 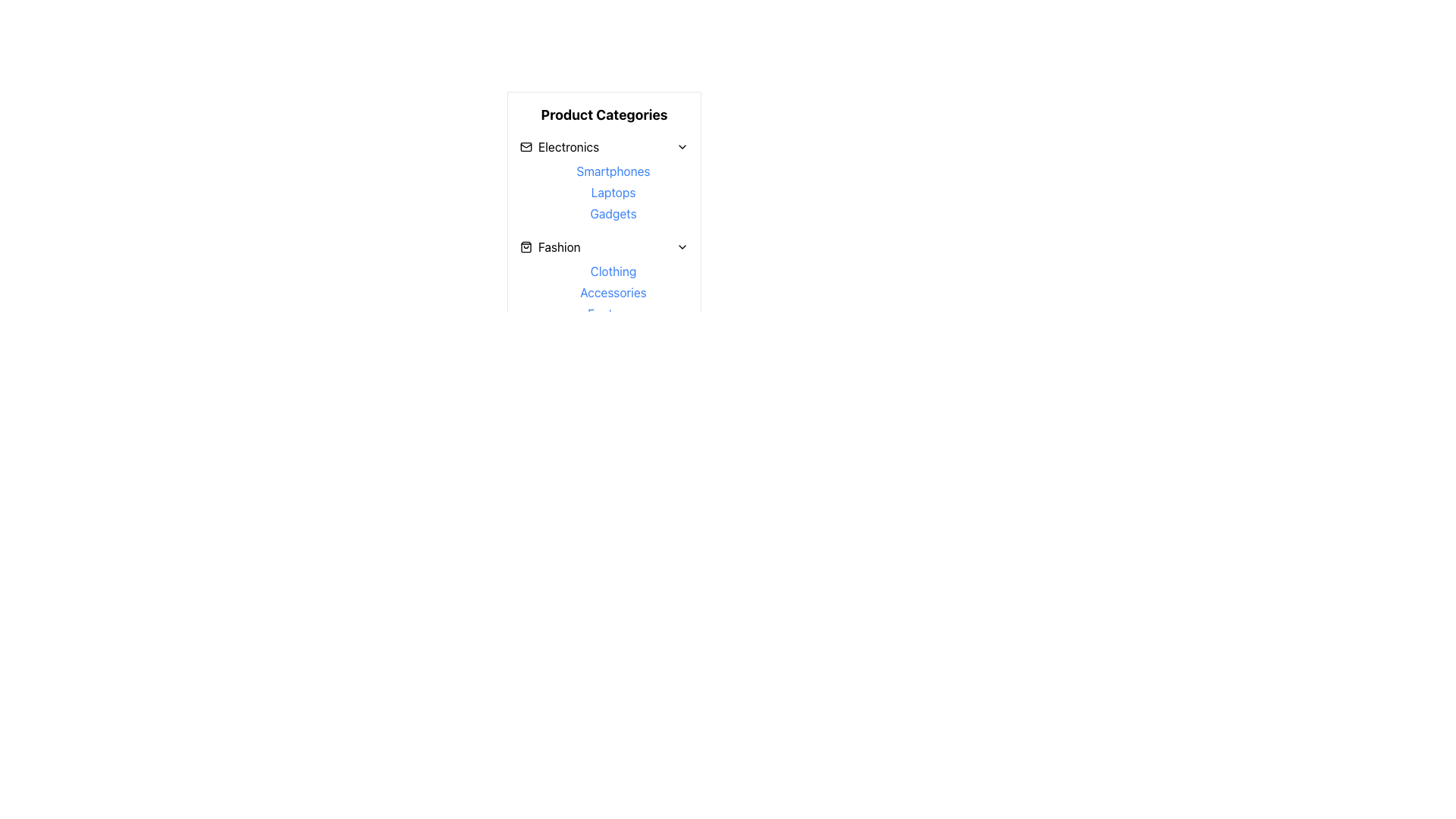 What do you see at coordinates (549, 246) in the screenshot?
I see `the 'Fashion' category label` at bounding box center [549, 246].